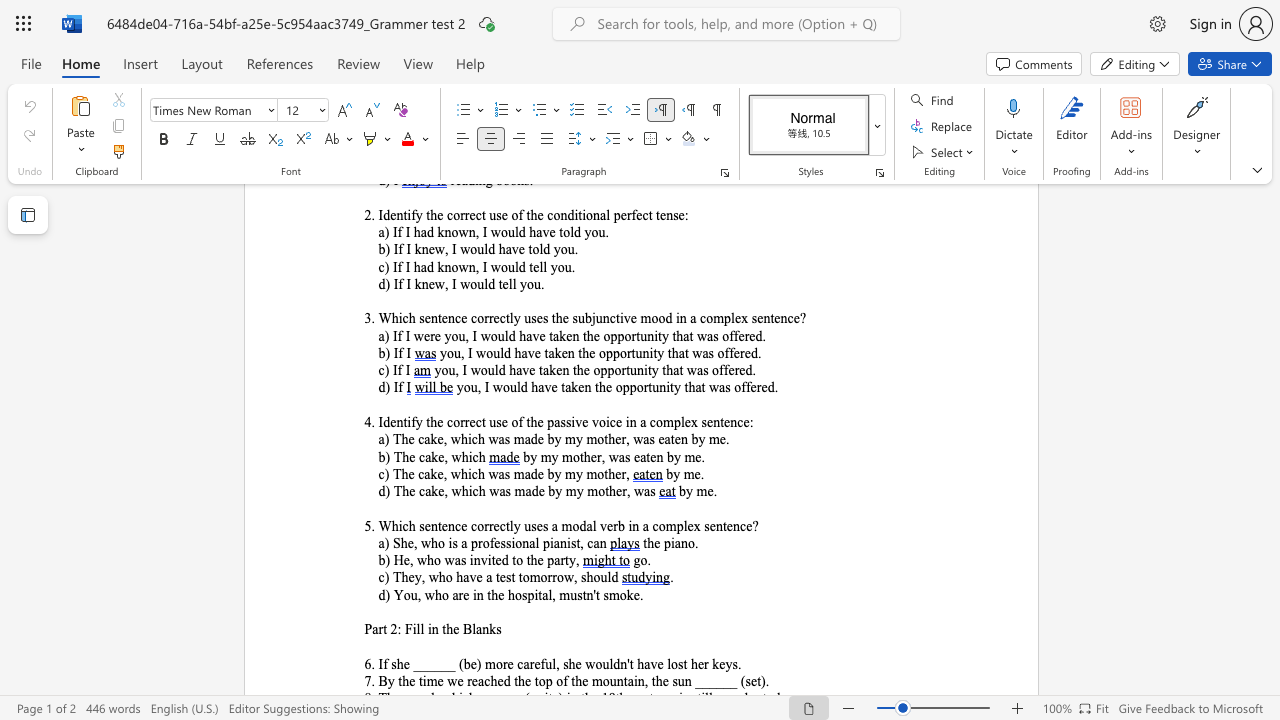 The image size is (1280, 720). Describe the element at coordinates (444, 577) in the screenshot. I see `the subset text "o ha" within the text "c) They, who have a test tomorrow, should"` at that location.